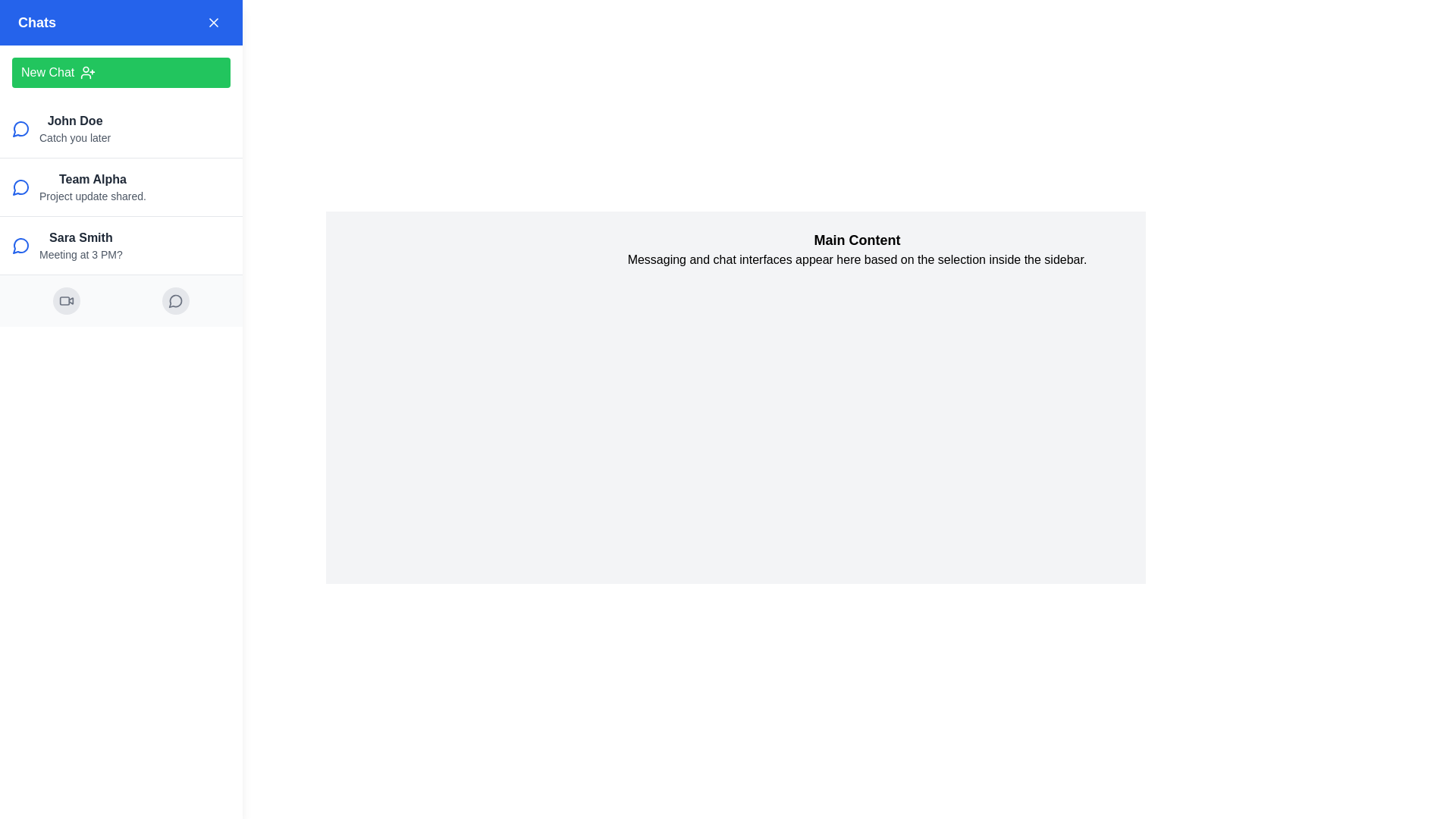 The height and width of the screenshot is (819, 1456). Describe the element at coordinates (120, 245) in the screenshot. I see `the conversation preview for 'Sara Smith'` at that location.